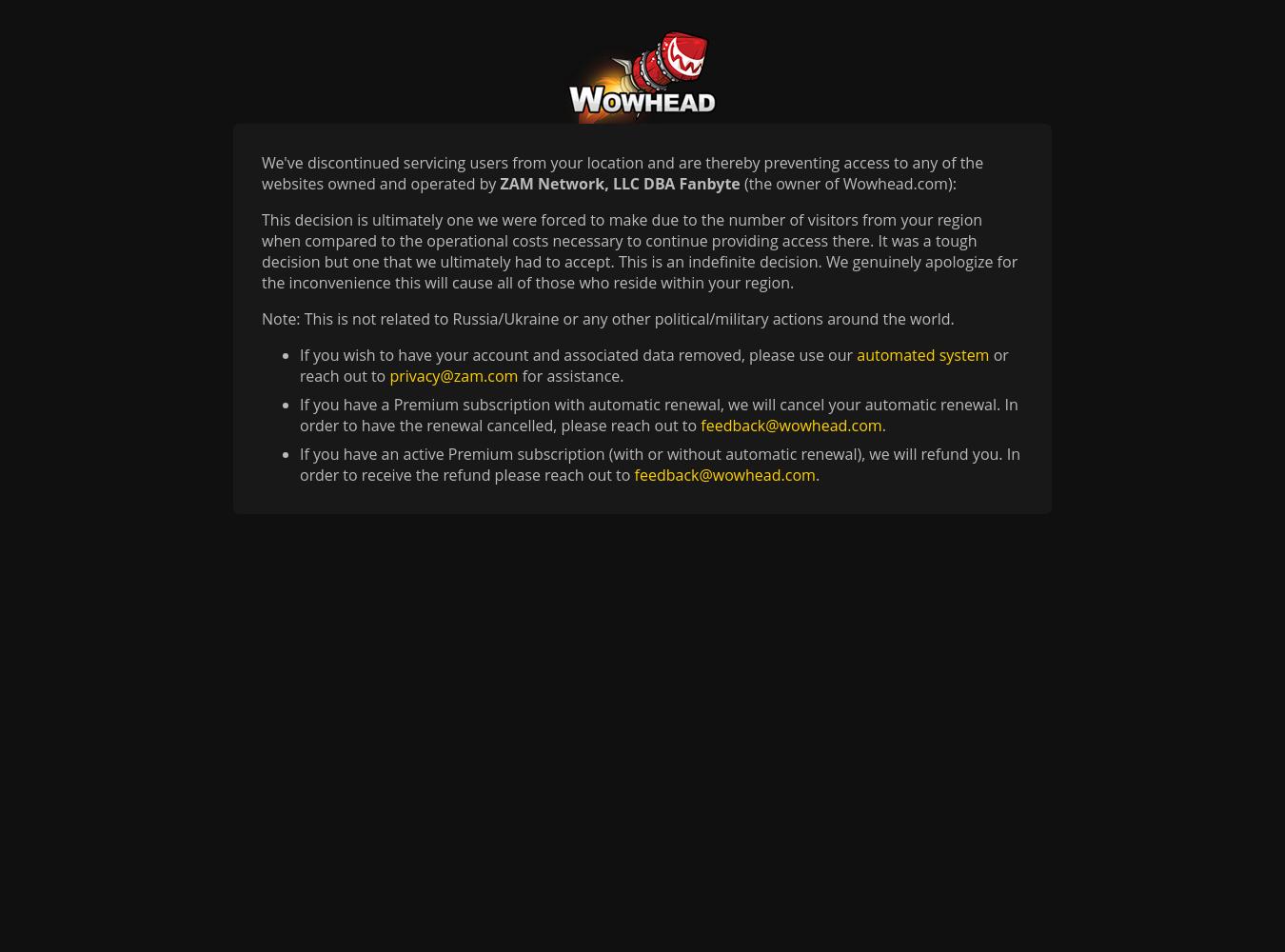 This screenshot has height=952, width=1285. What do you see at coordinates (578, 354) in the screenshot?
I see `'If you wish to have your account and associated data removed, please use our'` at bounding box center [578, 354].